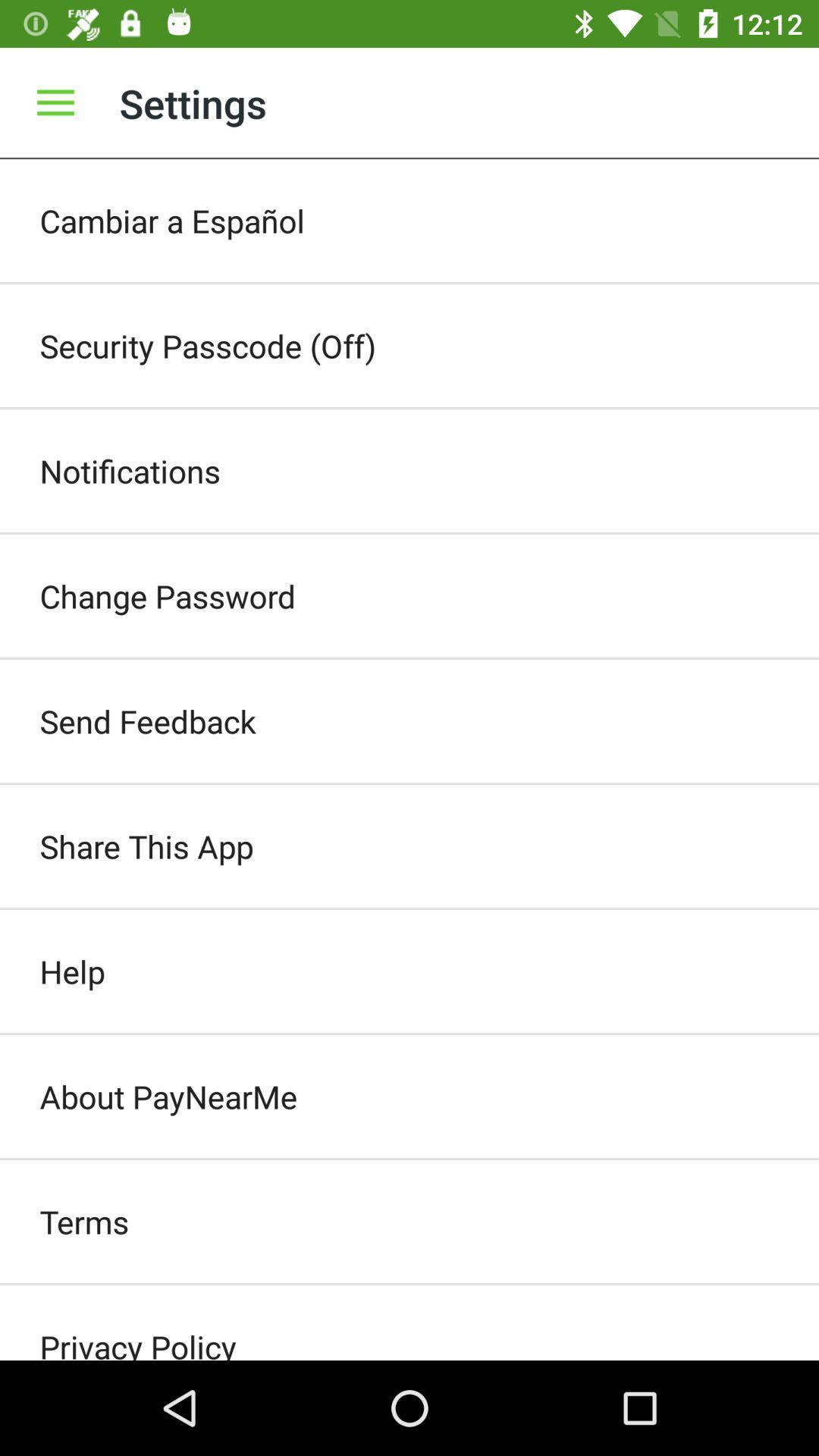 The width and height of the screenshot is (819, 1456). Describe the element at coordinates (409, 1222) in the screenshot. I see `item above privacy policy item` at that location.